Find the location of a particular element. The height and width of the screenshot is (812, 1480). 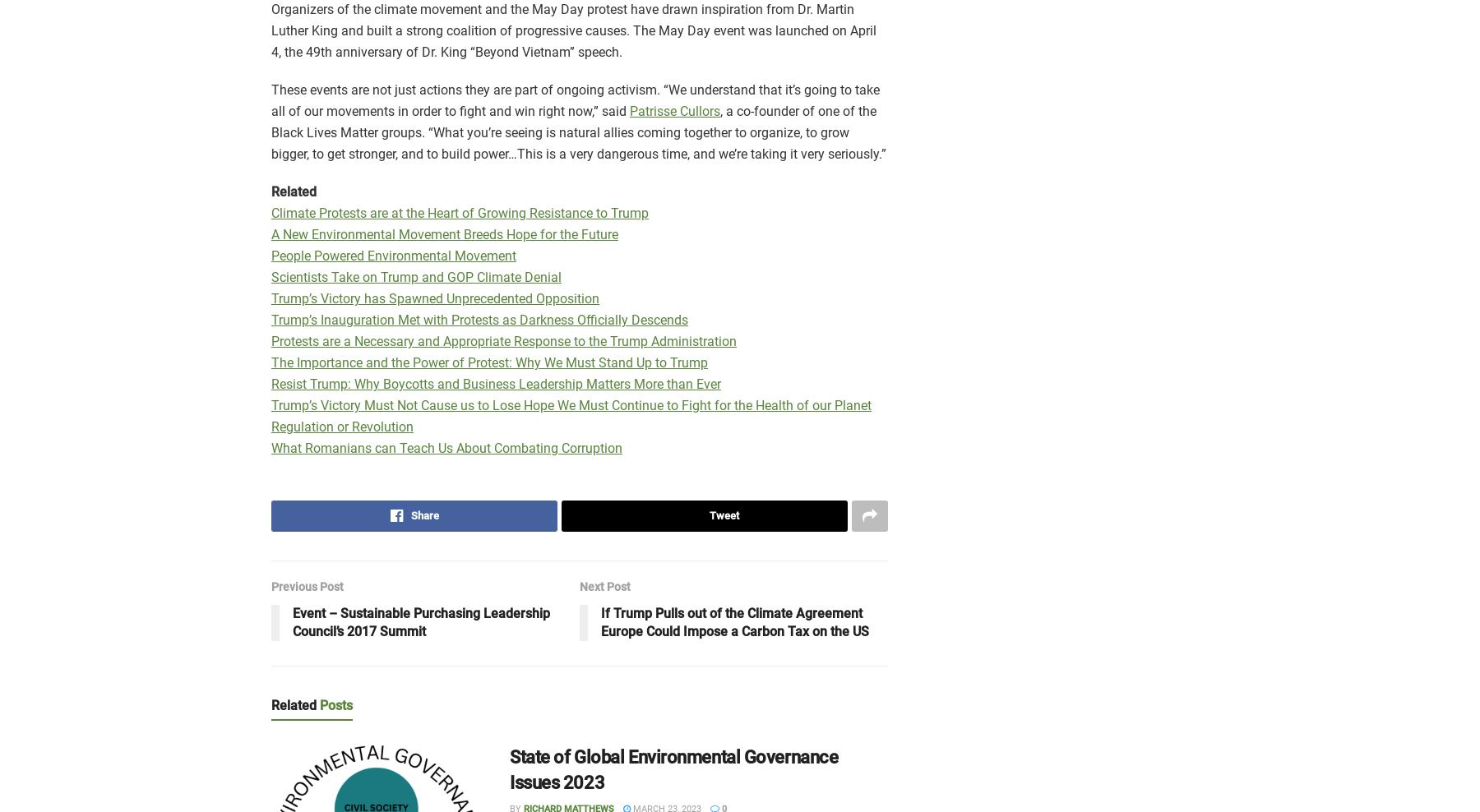

'What Romanians can Teach Us About Combating Corruption' is located at coordinates (446, 447).